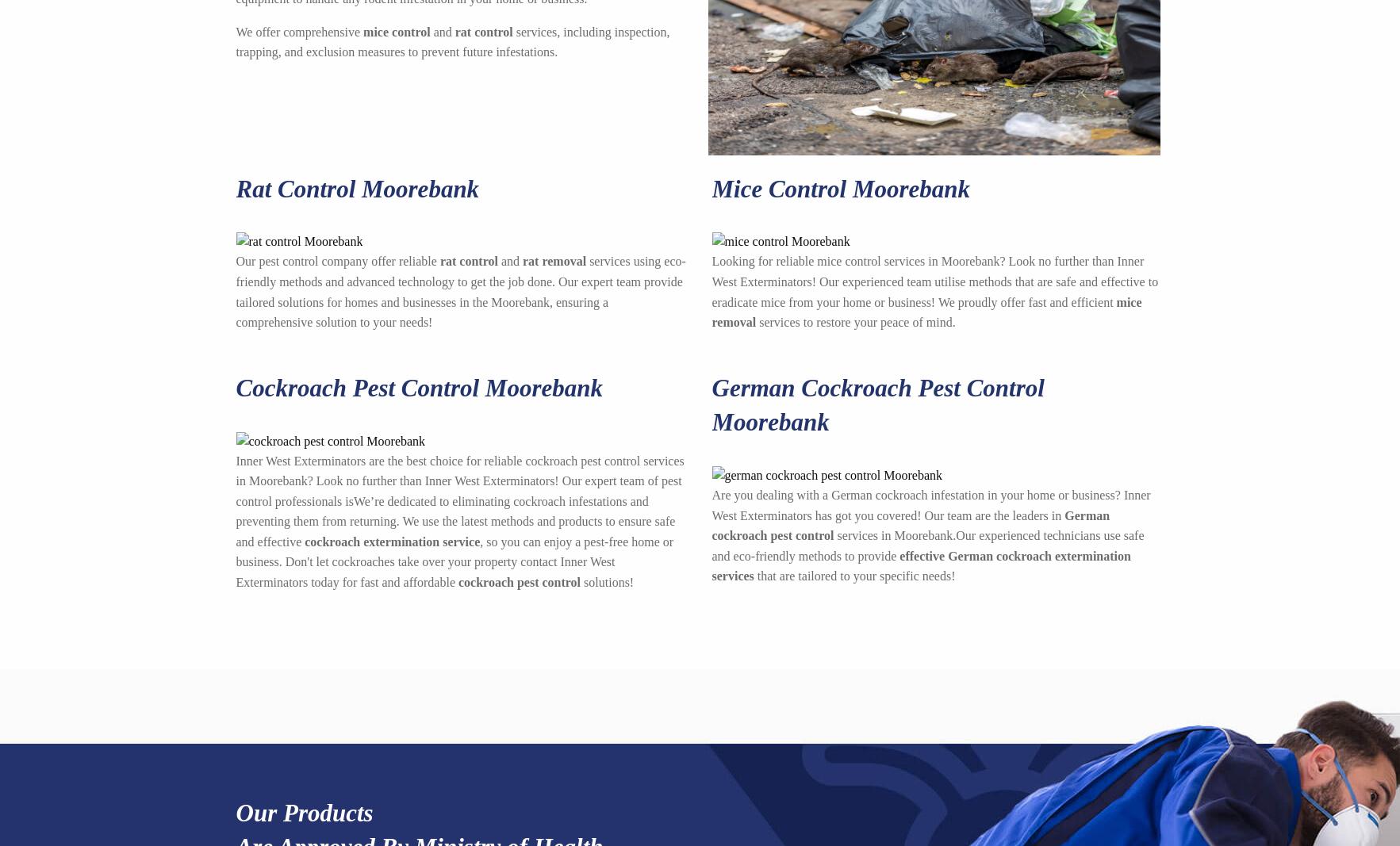 The image size is (1400, 846). I want to click on 'German Cockroach Pest Control Moorebank', so click(877, 404).